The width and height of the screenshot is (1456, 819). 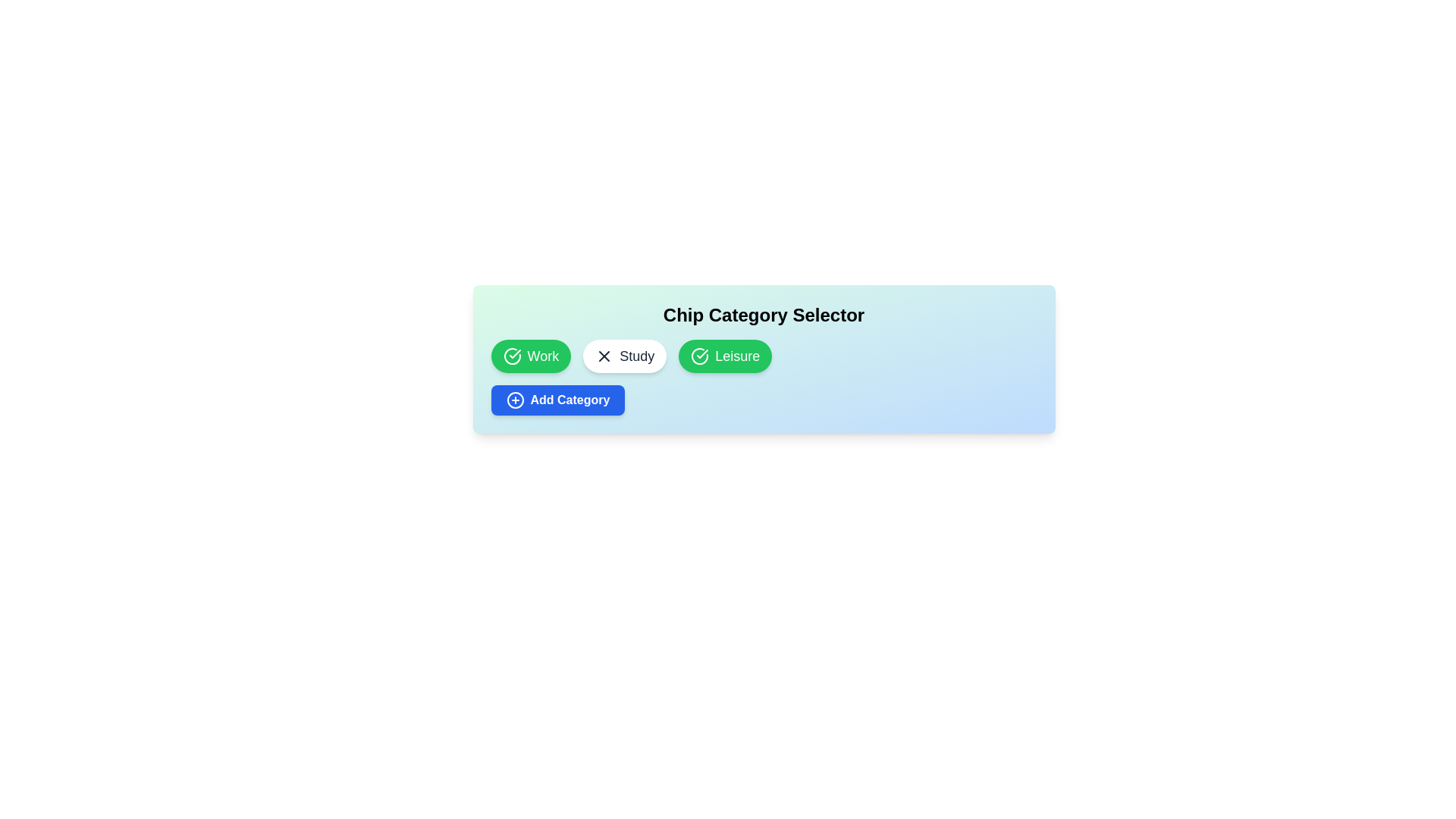 What do you see at coordinates (557, 400) in the screenshot?
I see `the 'Add Category' button to add a new category` at bounding box center [557, 400].